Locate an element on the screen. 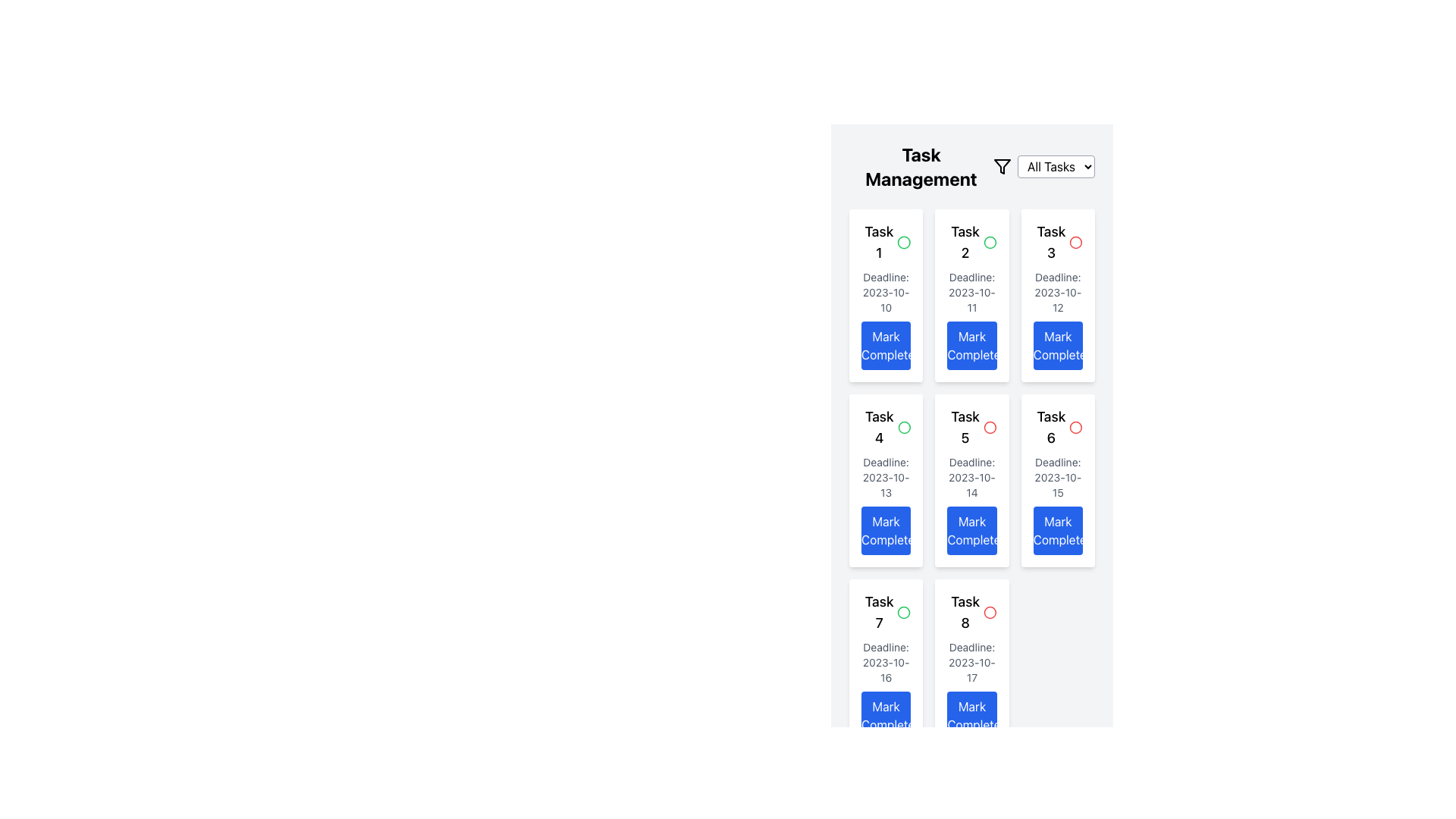 The width and height of the screenshot is (1456, 819). the Circular Status Indicator for 'Task 4', which is located in the second row and first column of the grid layout under 'Task Management'. This element is green, indicating a positive status is located at coordinates (904, 427).